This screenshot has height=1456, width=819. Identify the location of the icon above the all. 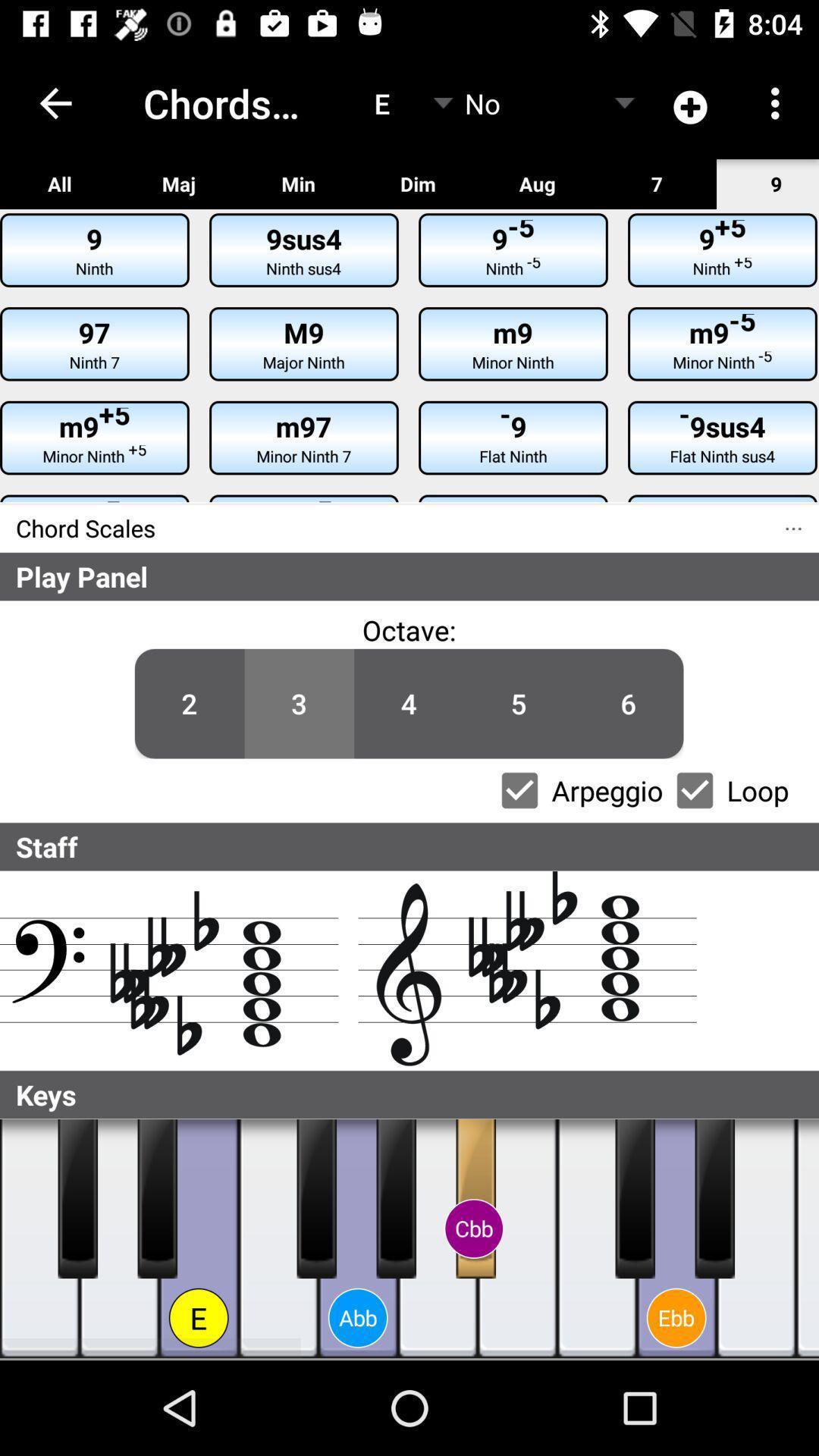
(55, 102).